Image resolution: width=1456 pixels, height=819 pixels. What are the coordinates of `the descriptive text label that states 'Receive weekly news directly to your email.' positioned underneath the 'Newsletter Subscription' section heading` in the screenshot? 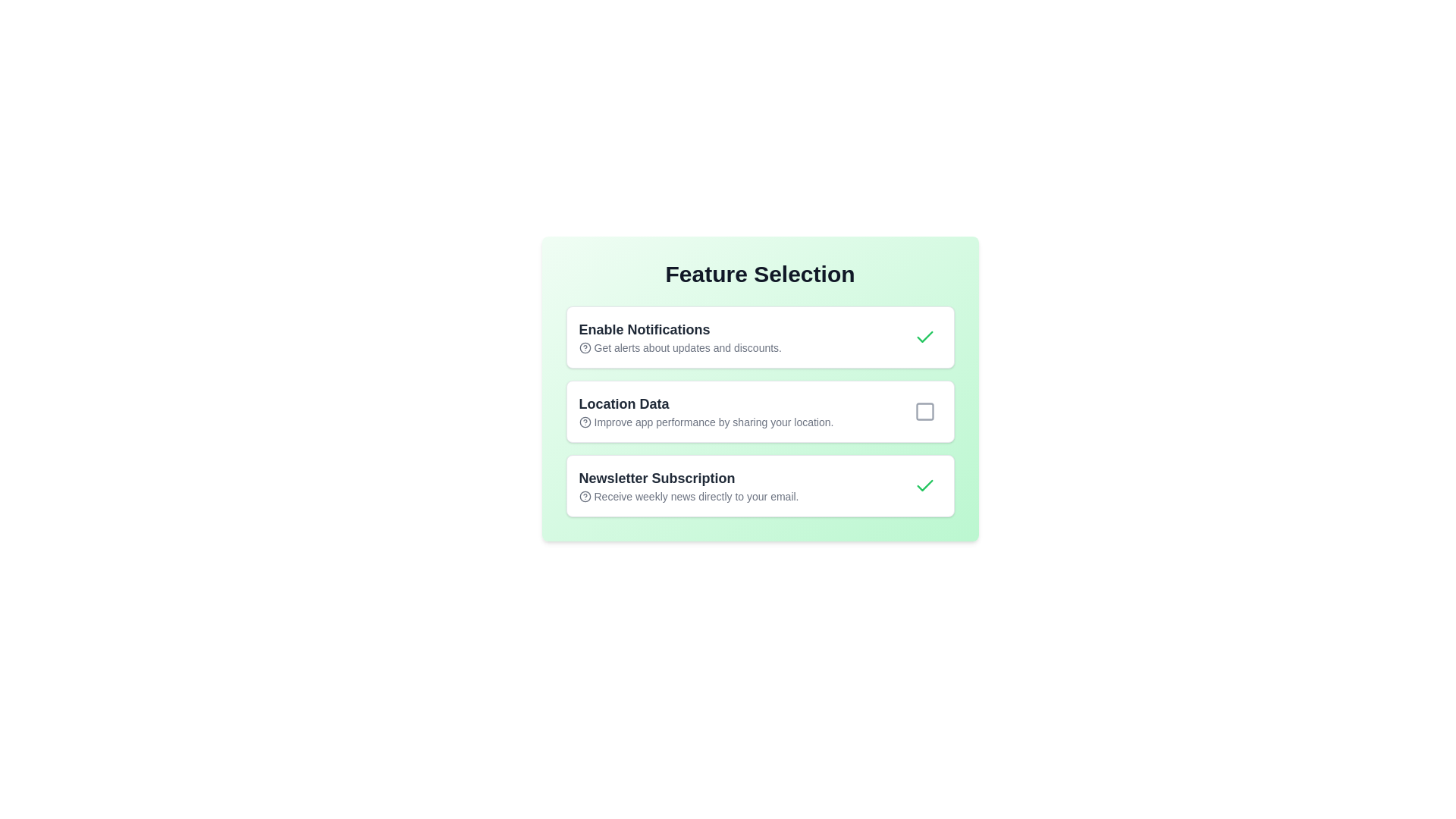 It's located at (688, 497).